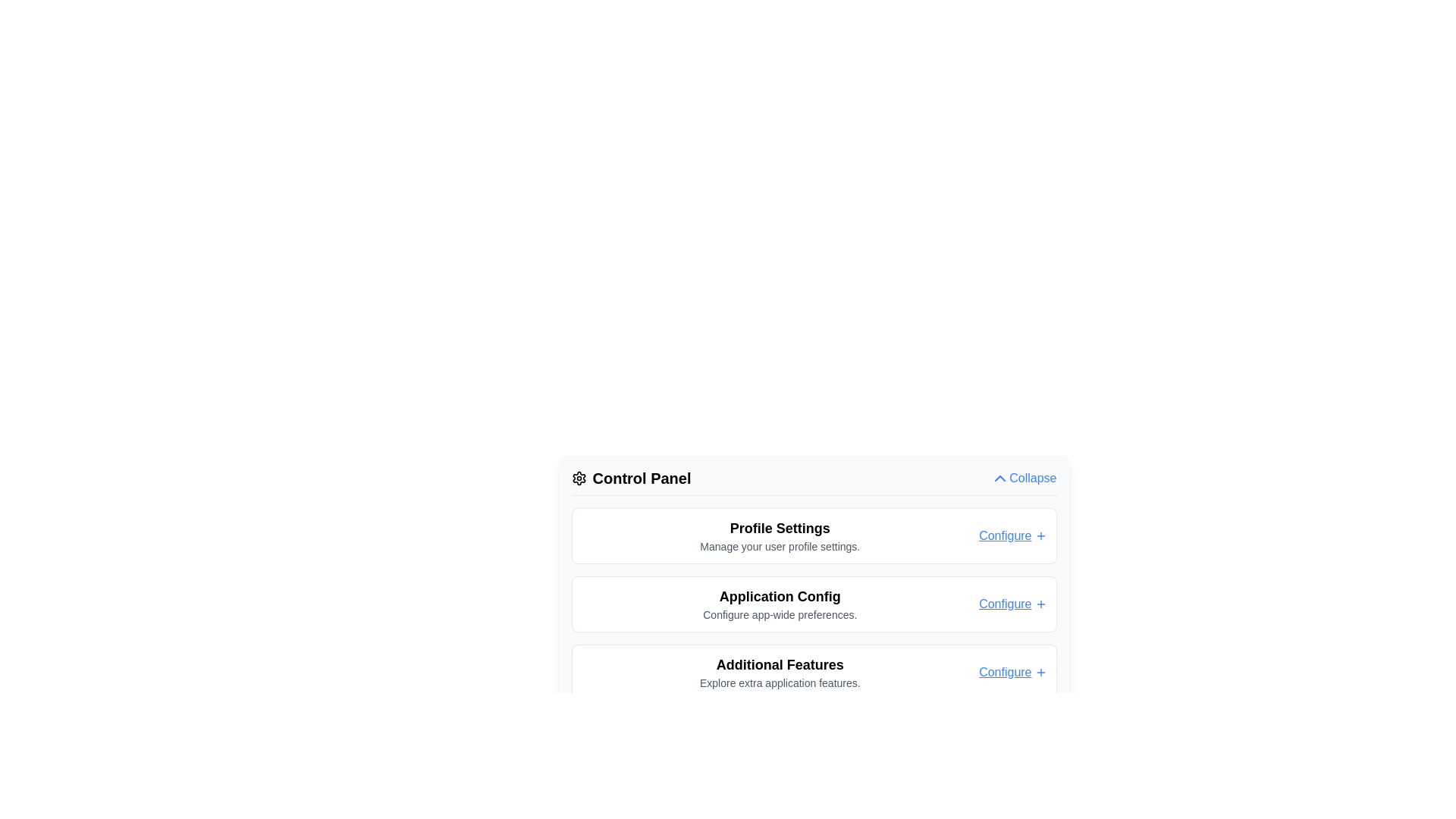 This screenshot has height=819, width=1456. I want to click on the Text Block titled 'Application Config' which contains a bold header and a descriptive subtitle, located in the Control Panel below 'Profile Settings' and above 'Additional Features', so click(780, 604).